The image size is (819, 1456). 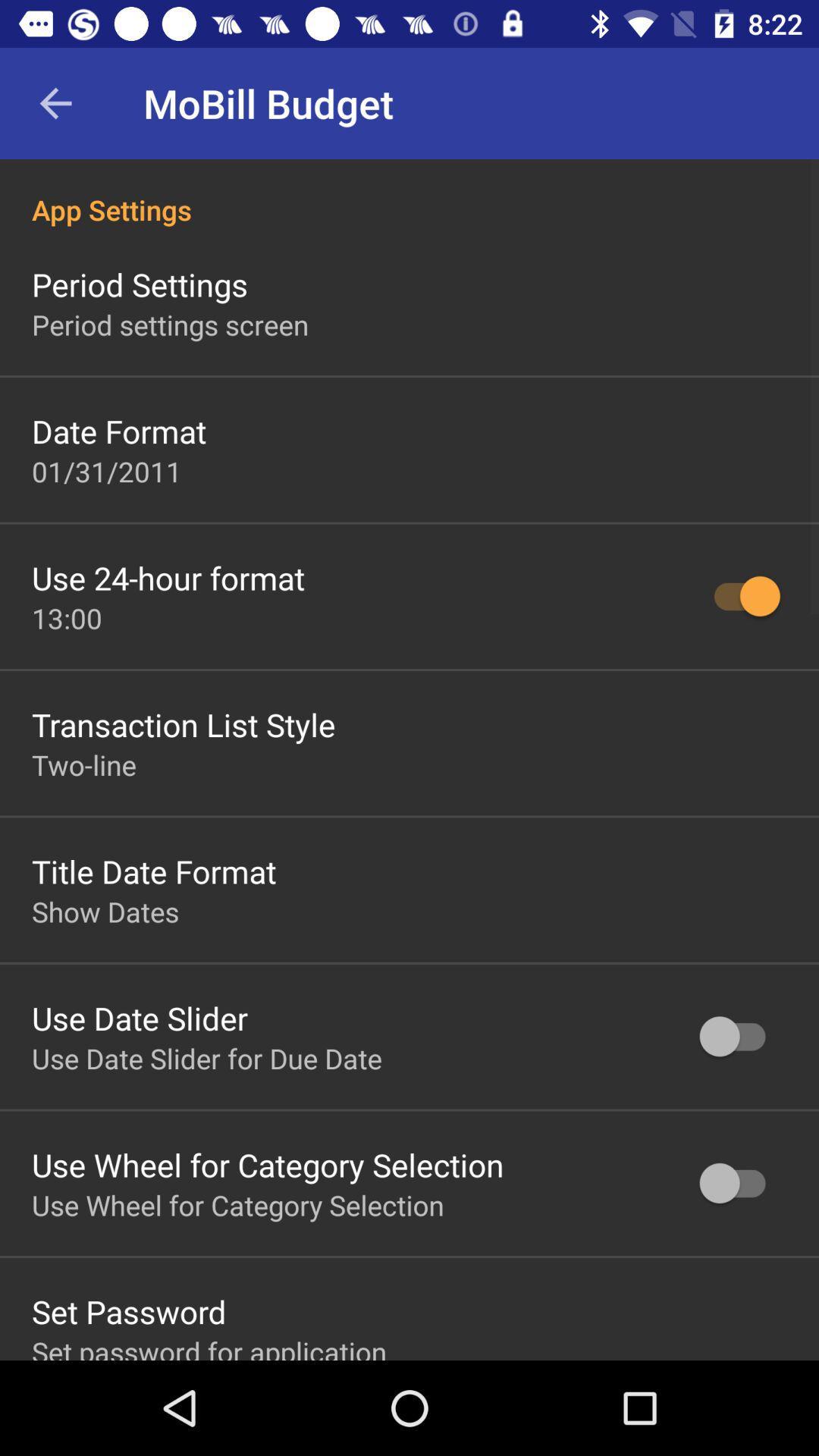 I want to click on the two-line app, so click(x=84, y=764).